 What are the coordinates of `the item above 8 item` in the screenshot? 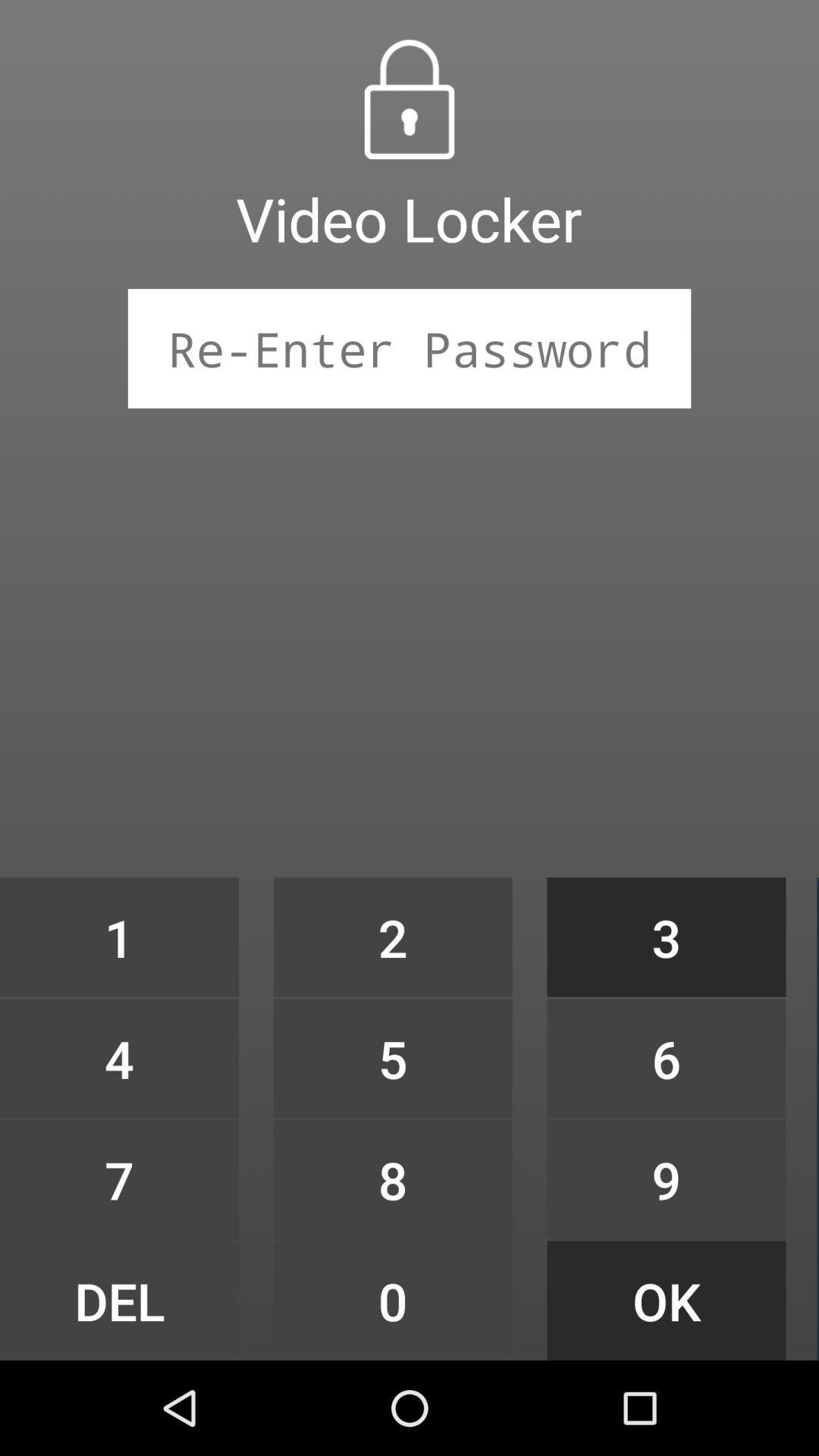 It's located at (392, 1057).